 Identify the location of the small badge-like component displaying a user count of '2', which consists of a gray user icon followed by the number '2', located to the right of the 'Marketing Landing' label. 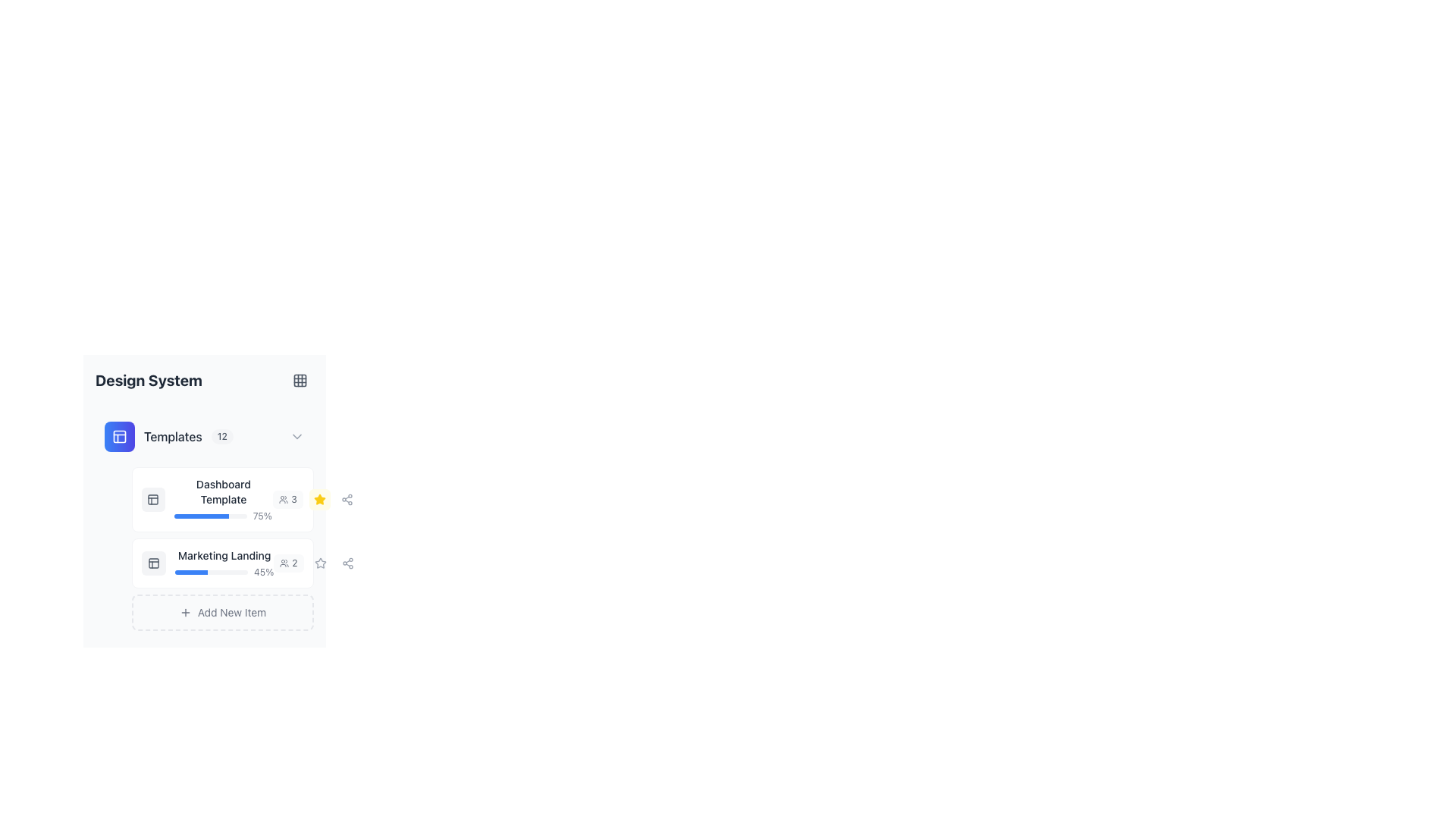
(288, 563).